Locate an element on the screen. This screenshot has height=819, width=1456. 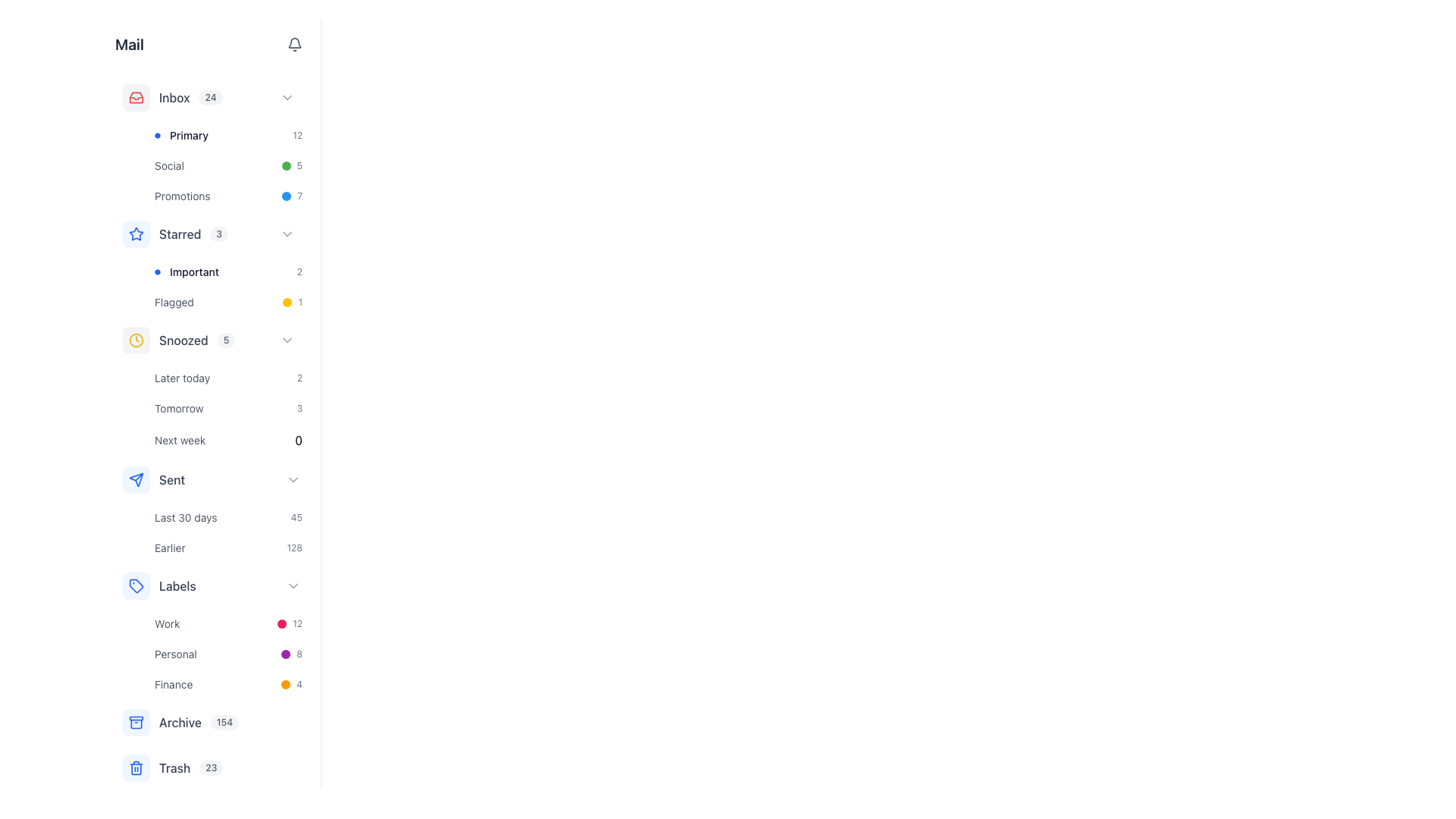
the first clickable list item labeled 'Work' in the sidebar is located at coordinates (227, 623).